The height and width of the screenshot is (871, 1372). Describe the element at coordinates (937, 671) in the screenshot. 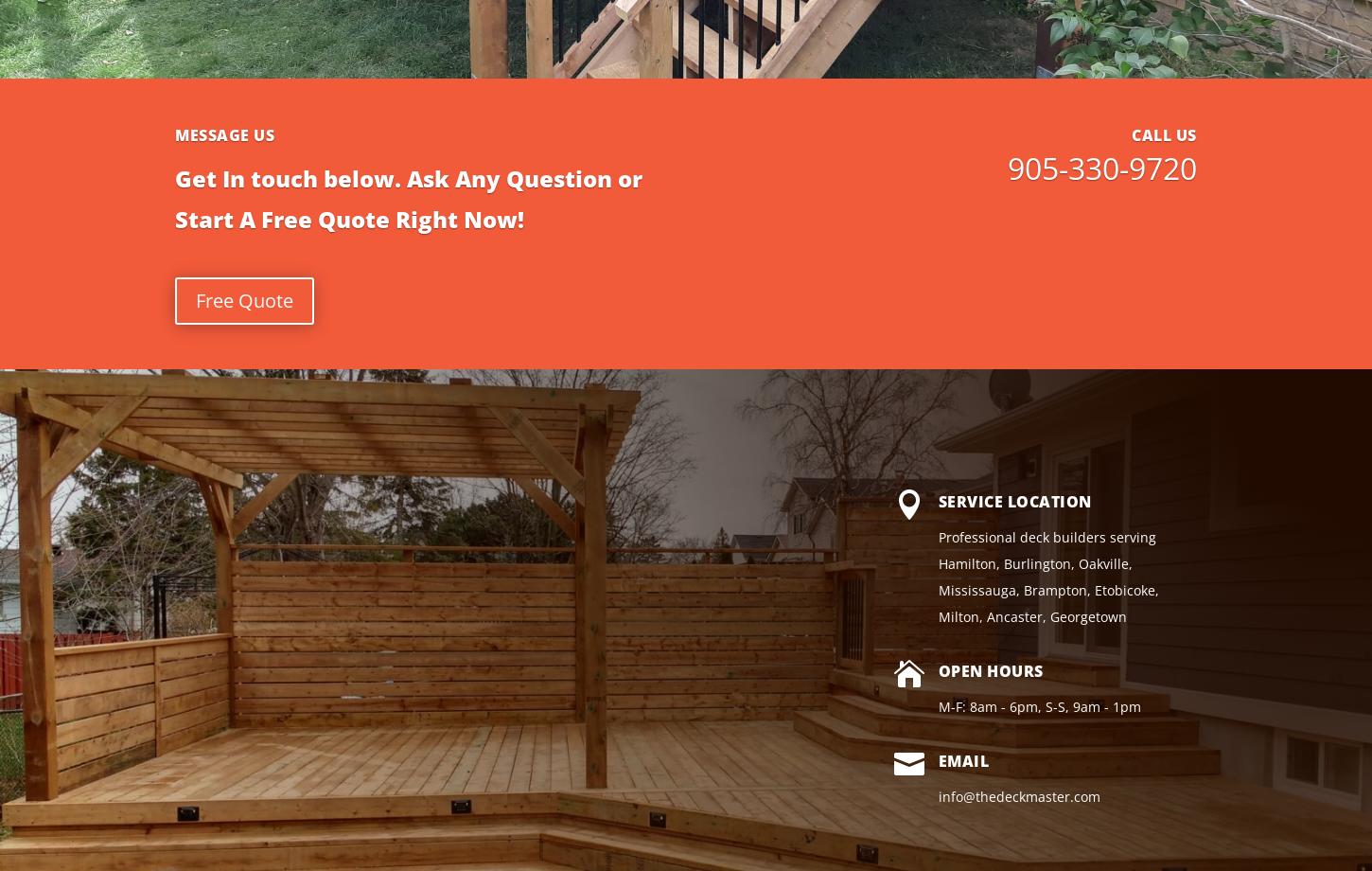

I see `'Open Hours'` at that location.